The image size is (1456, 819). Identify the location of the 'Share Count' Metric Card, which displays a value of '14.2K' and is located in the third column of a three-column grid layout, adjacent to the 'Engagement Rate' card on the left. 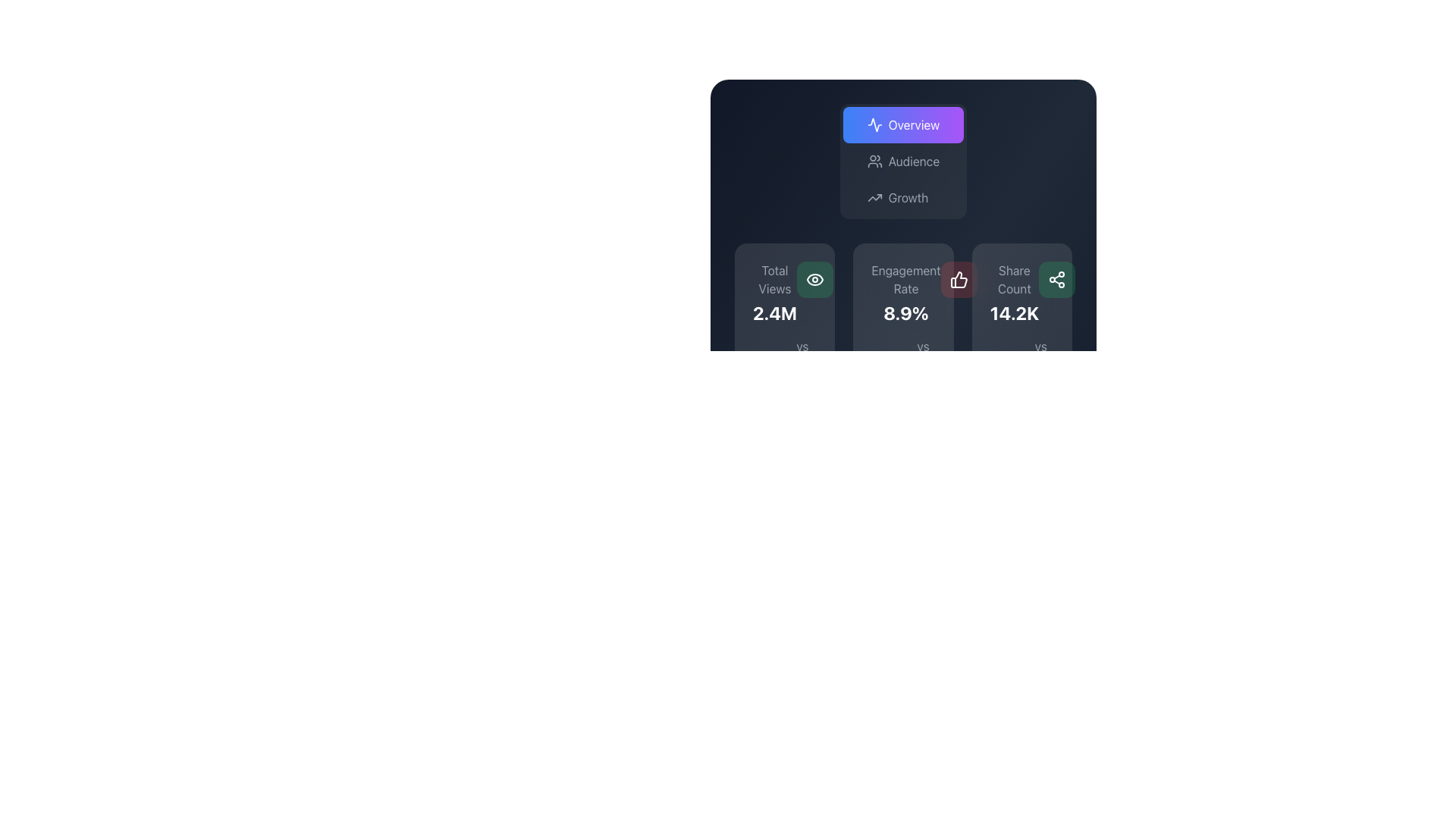
(1021, 326).